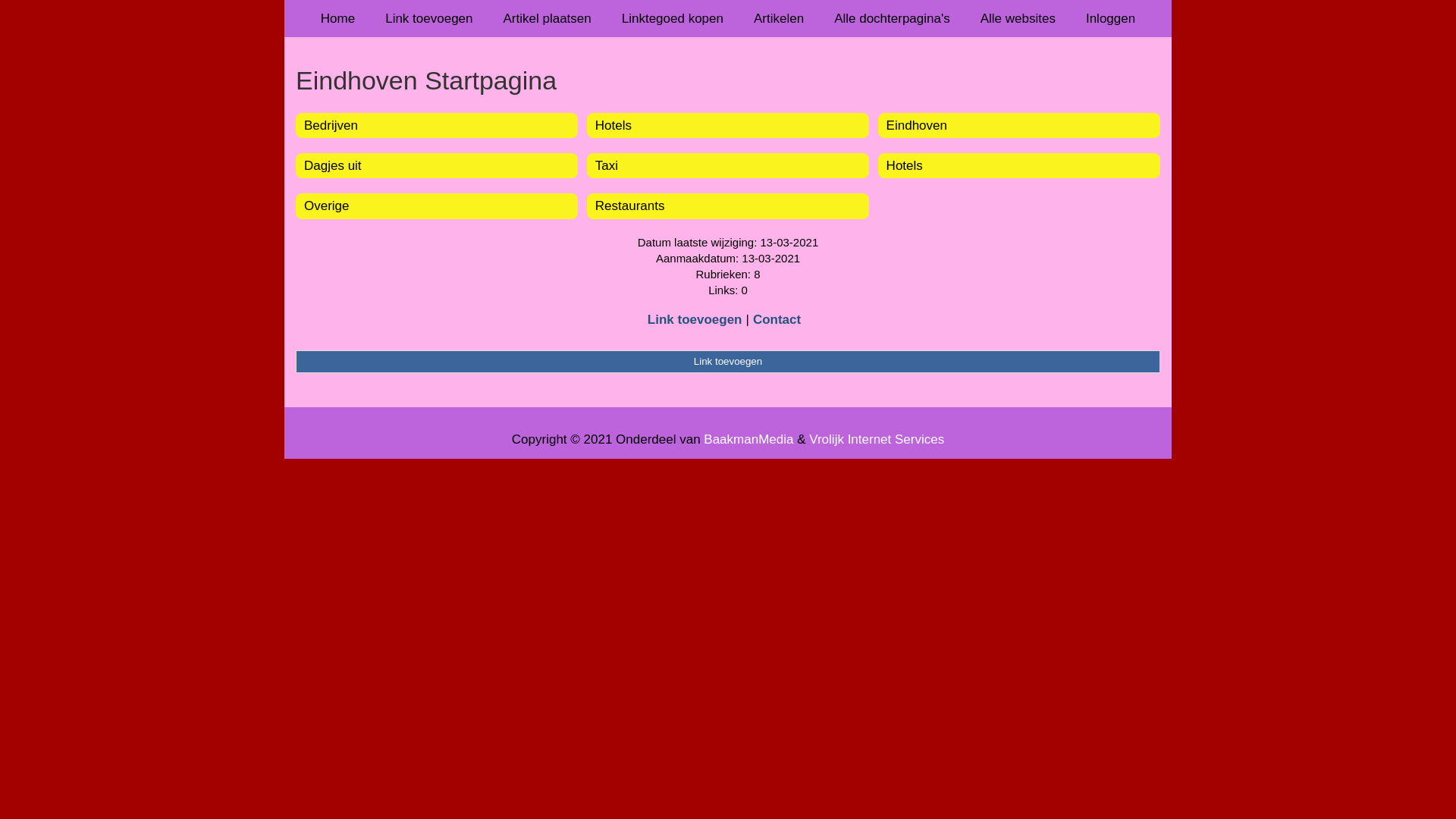  I want to click on 'Alle websites', so click(1018, 18).